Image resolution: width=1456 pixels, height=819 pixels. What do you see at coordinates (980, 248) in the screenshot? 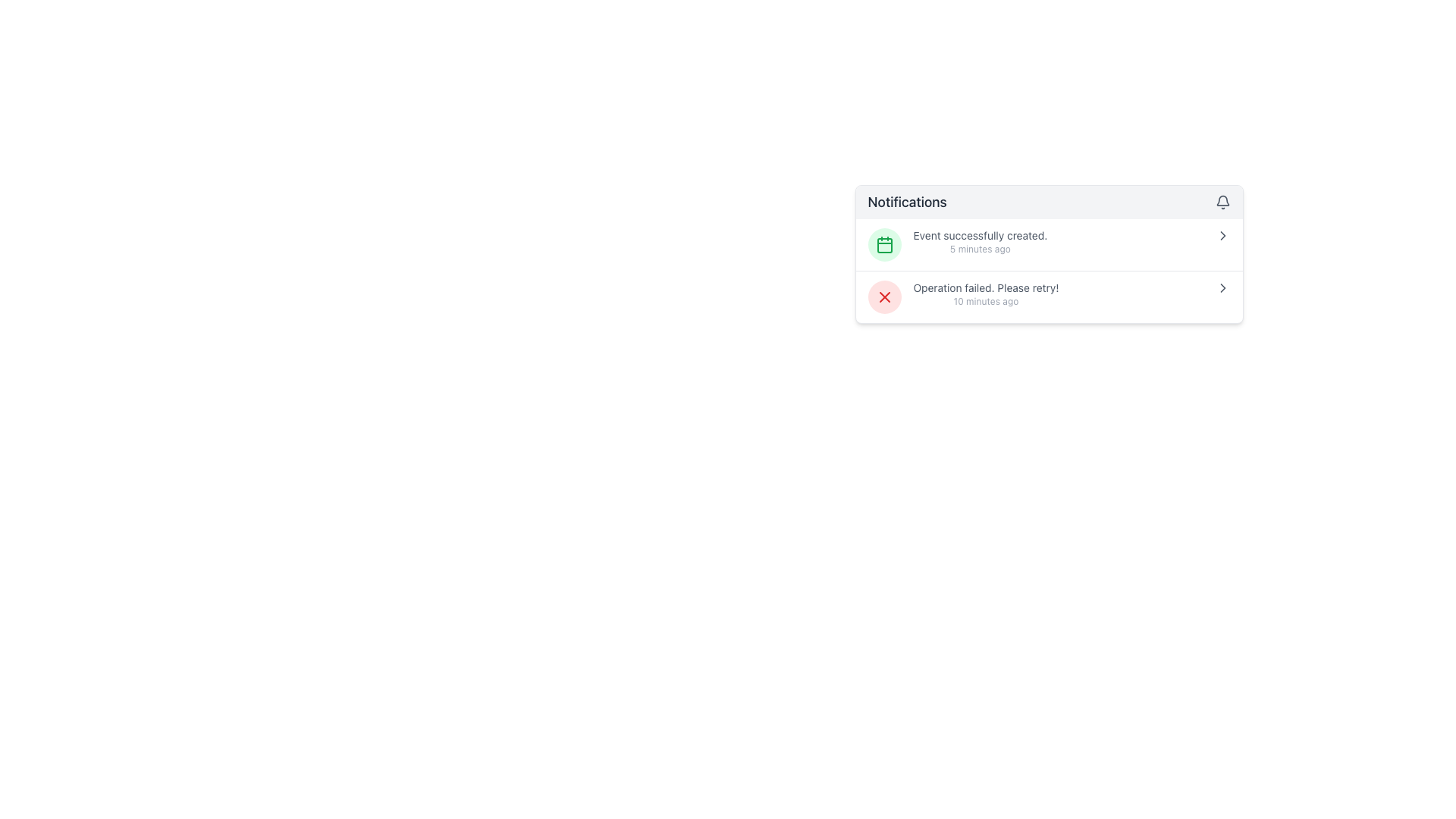
I see `text label displaying '5 minutes ago', which is located below the 'Event successfully created.' message in the notifications panel` at bounding box center [980, 248].